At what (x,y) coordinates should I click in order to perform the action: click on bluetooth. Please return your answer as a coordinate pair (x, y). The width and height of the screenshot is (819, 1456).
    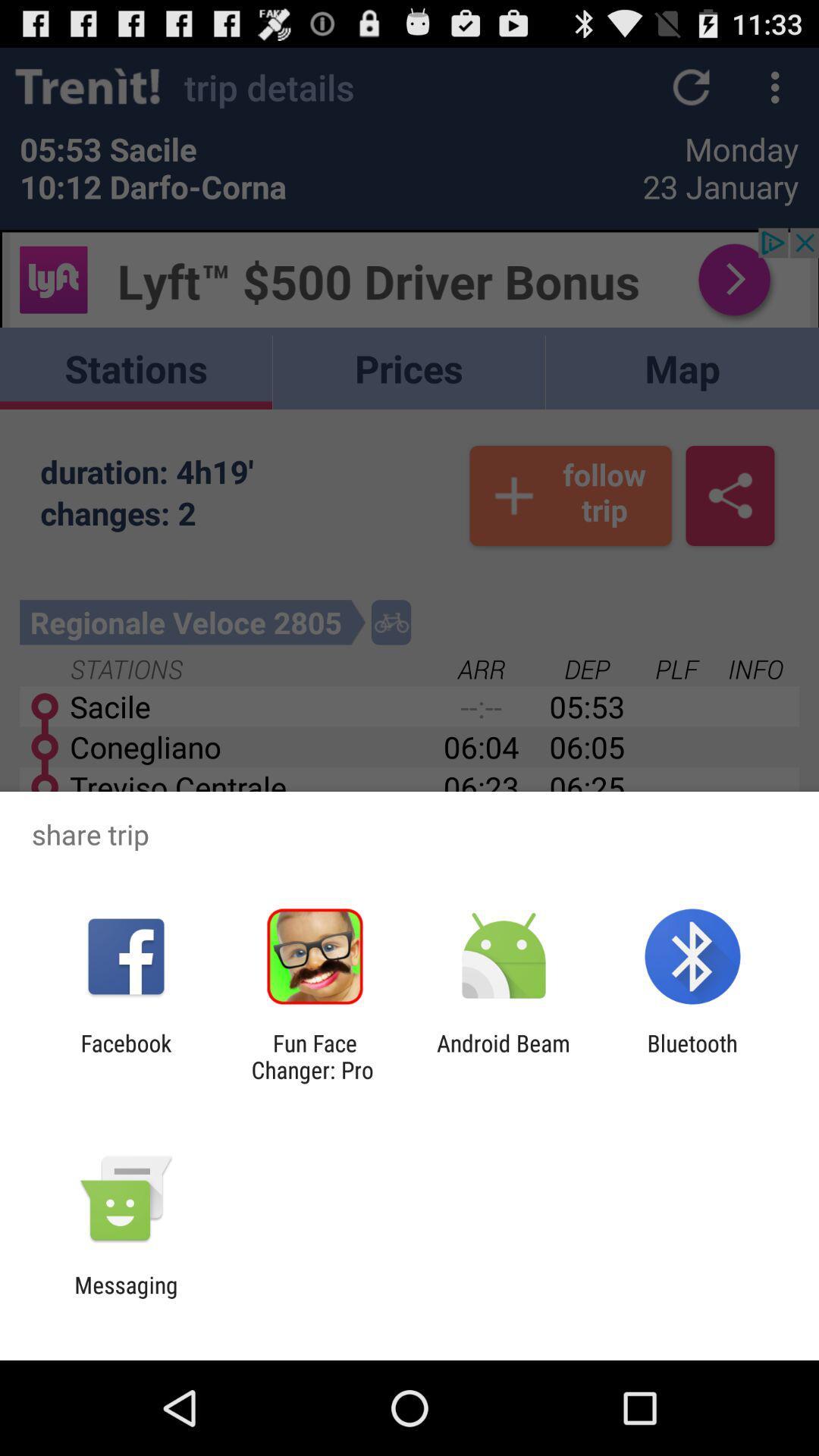
    Looking at the image, I should click on (692, 1056).